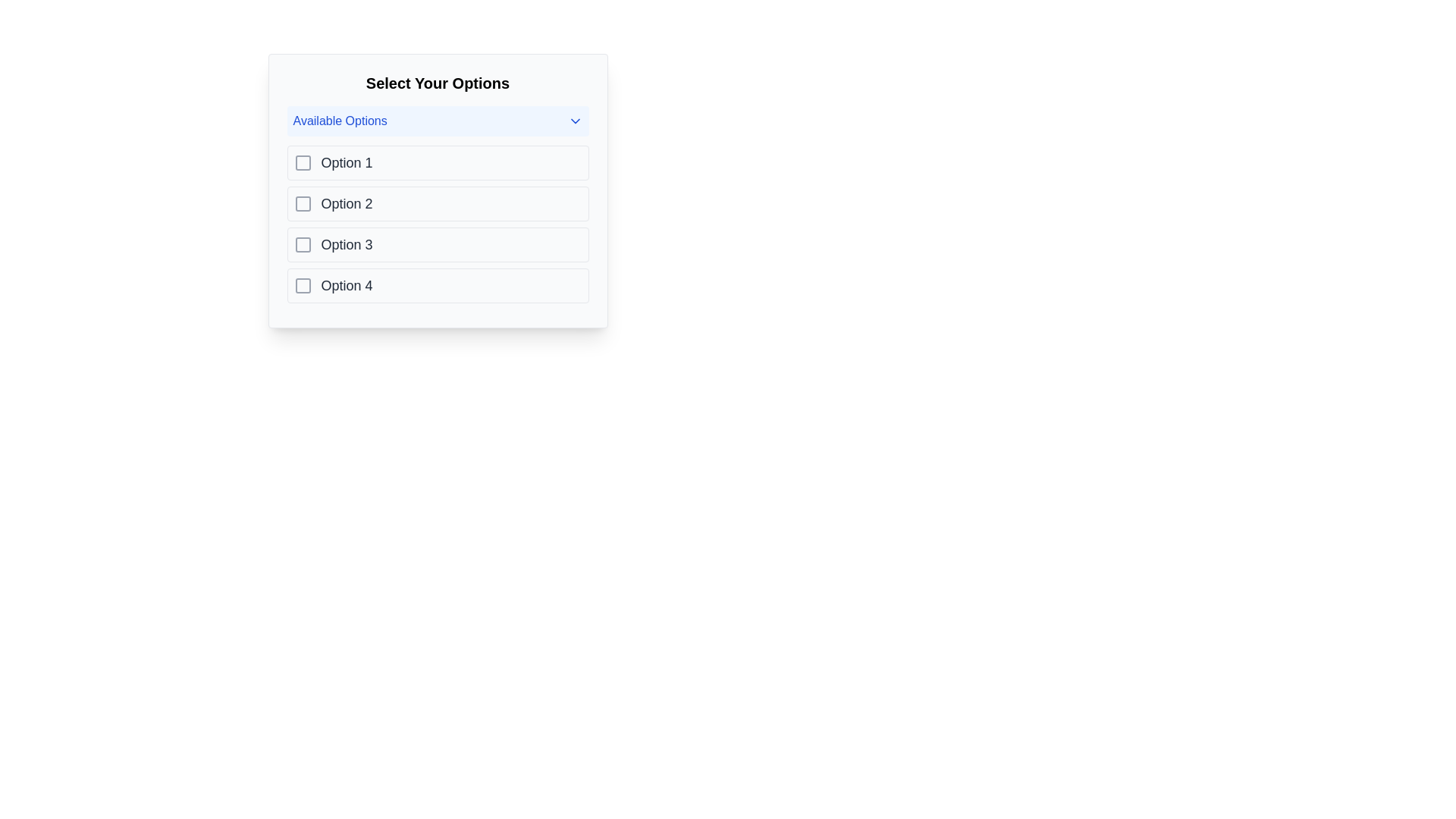  I want to click on the downward-pointing chevron icon with a thin blue outline, which is located at the far right of the 'Available Options' text, so click(574, 120).